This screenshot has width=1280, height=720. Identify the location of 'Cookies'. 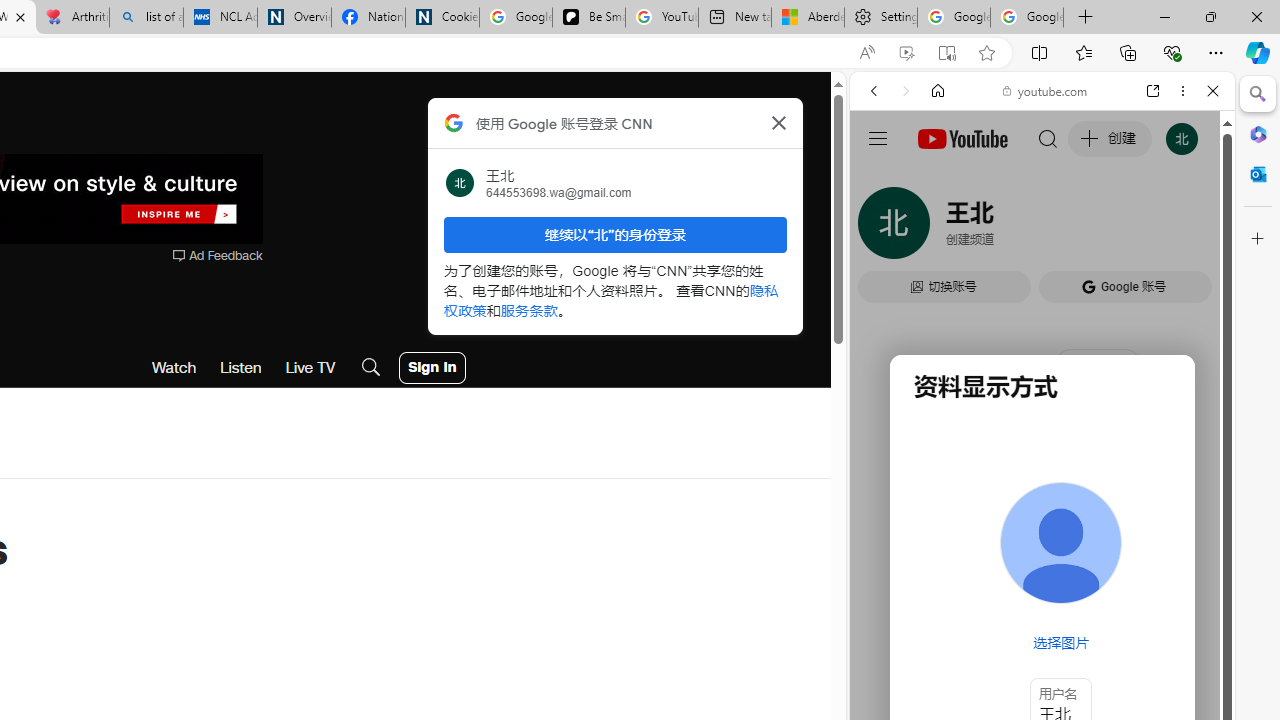
(441, 17).